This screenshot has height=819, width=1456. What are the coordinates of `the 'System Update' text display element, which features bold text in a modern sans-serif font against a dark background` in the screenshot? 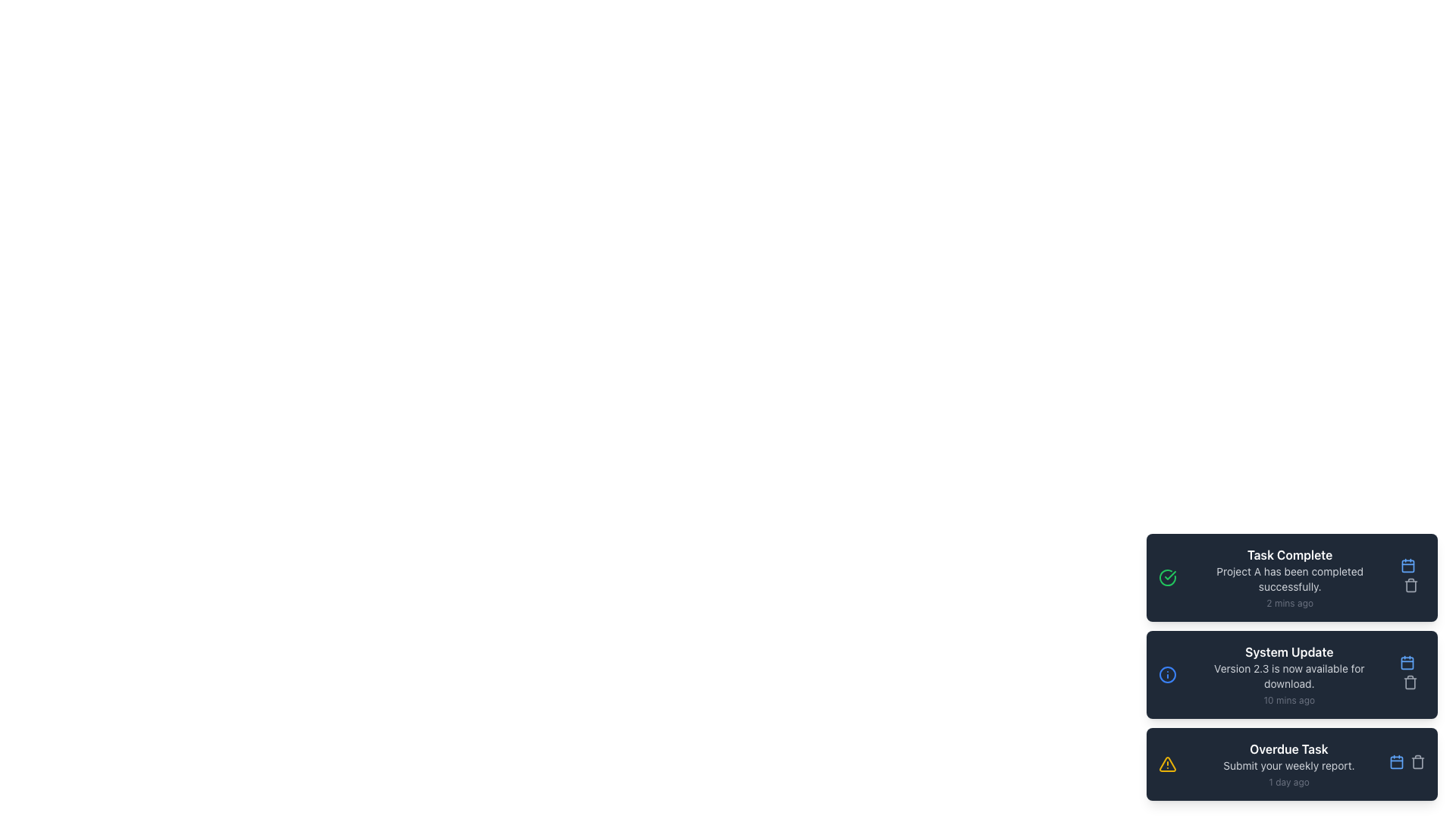 It's located at (1288, 651).